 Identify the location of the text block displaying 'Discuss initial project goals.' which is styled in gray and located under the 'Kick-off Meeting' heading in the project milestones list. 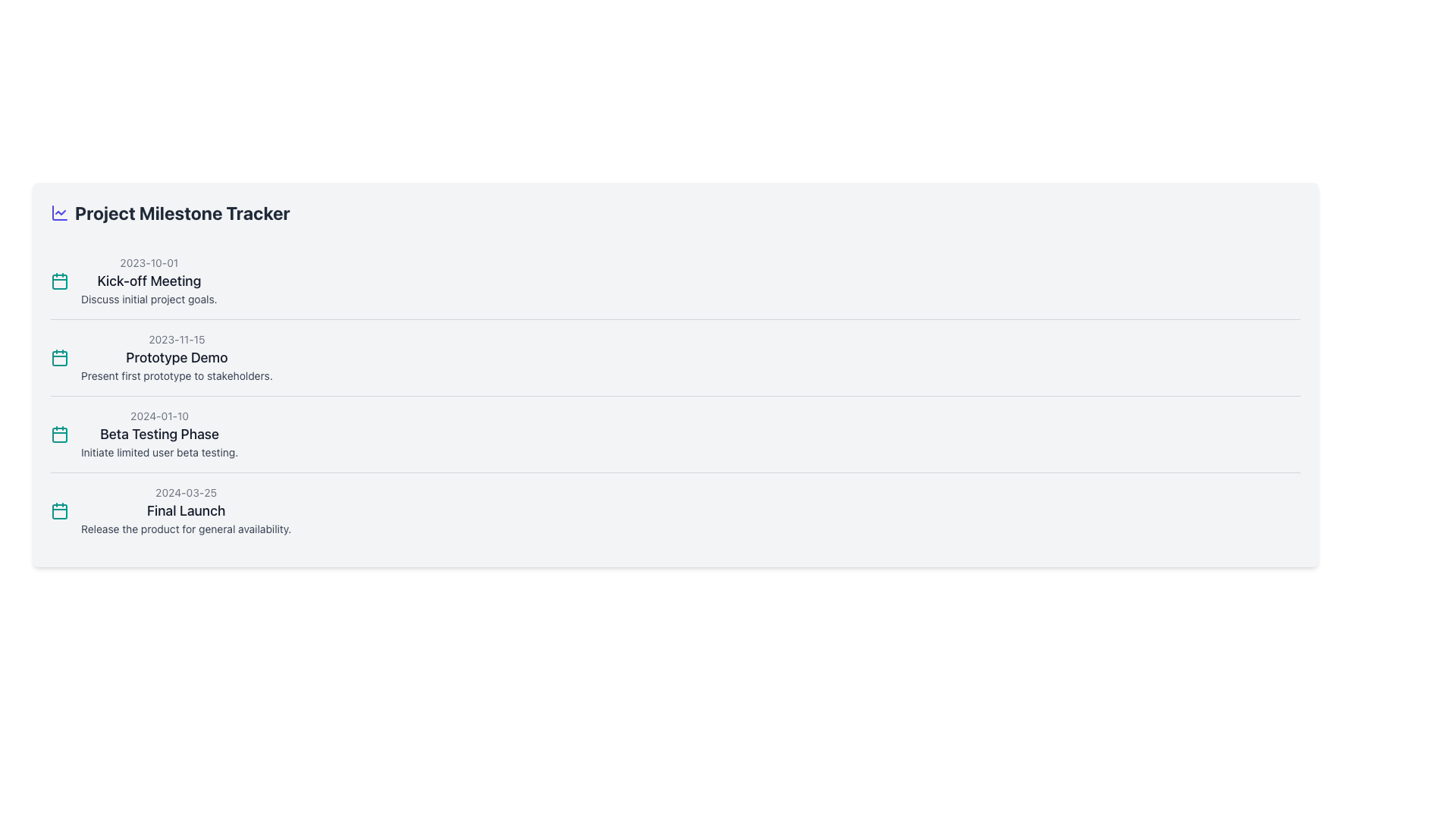
(149, 299).